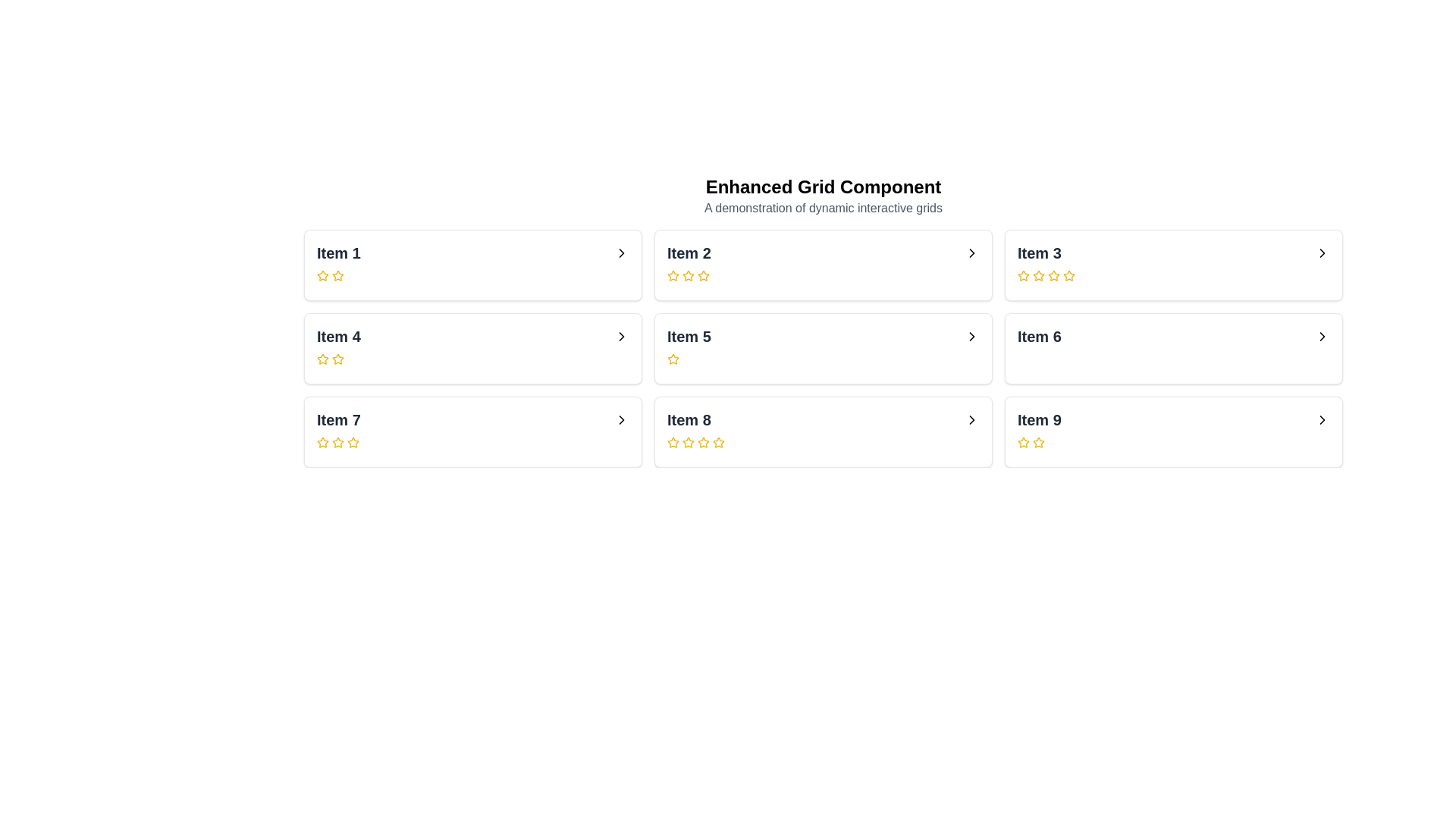  What do you see at coordinates (822, 253) in the screenshot?
I see `the navigational List item displaying 'Item 2'` at bounding box center [822, 253].